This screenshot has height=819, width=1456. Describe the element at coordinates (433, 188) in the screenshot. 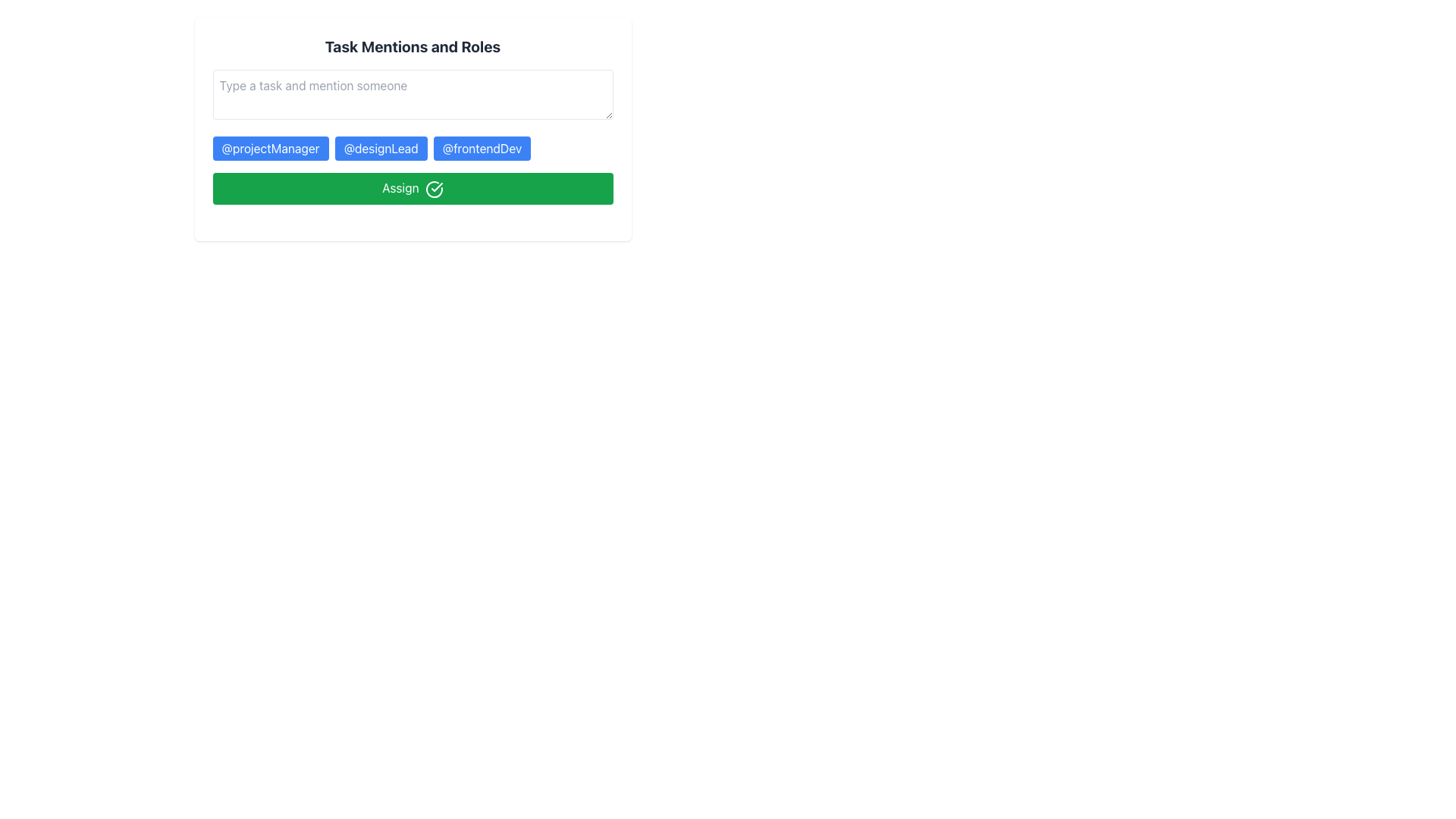

I see `the circular icon with a checkmark inside, which is styled with a green background and white outline, representing success or confirmation, located at the center-bottom of the 'Assign' button` at that location.